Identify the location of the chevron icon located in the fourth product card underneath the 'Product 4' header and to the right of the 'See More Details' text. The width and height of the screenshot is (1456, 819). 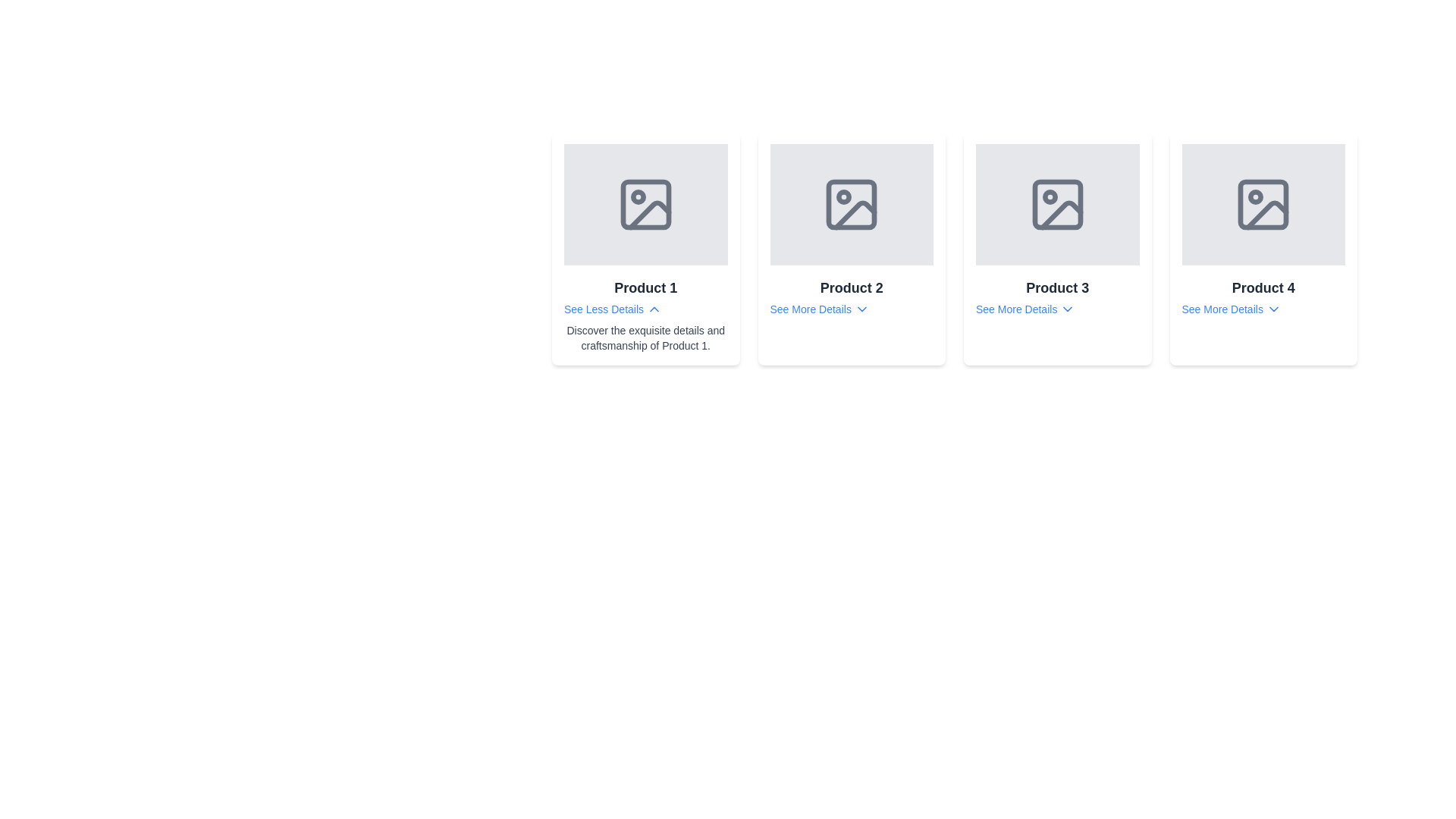
(1273, 309).